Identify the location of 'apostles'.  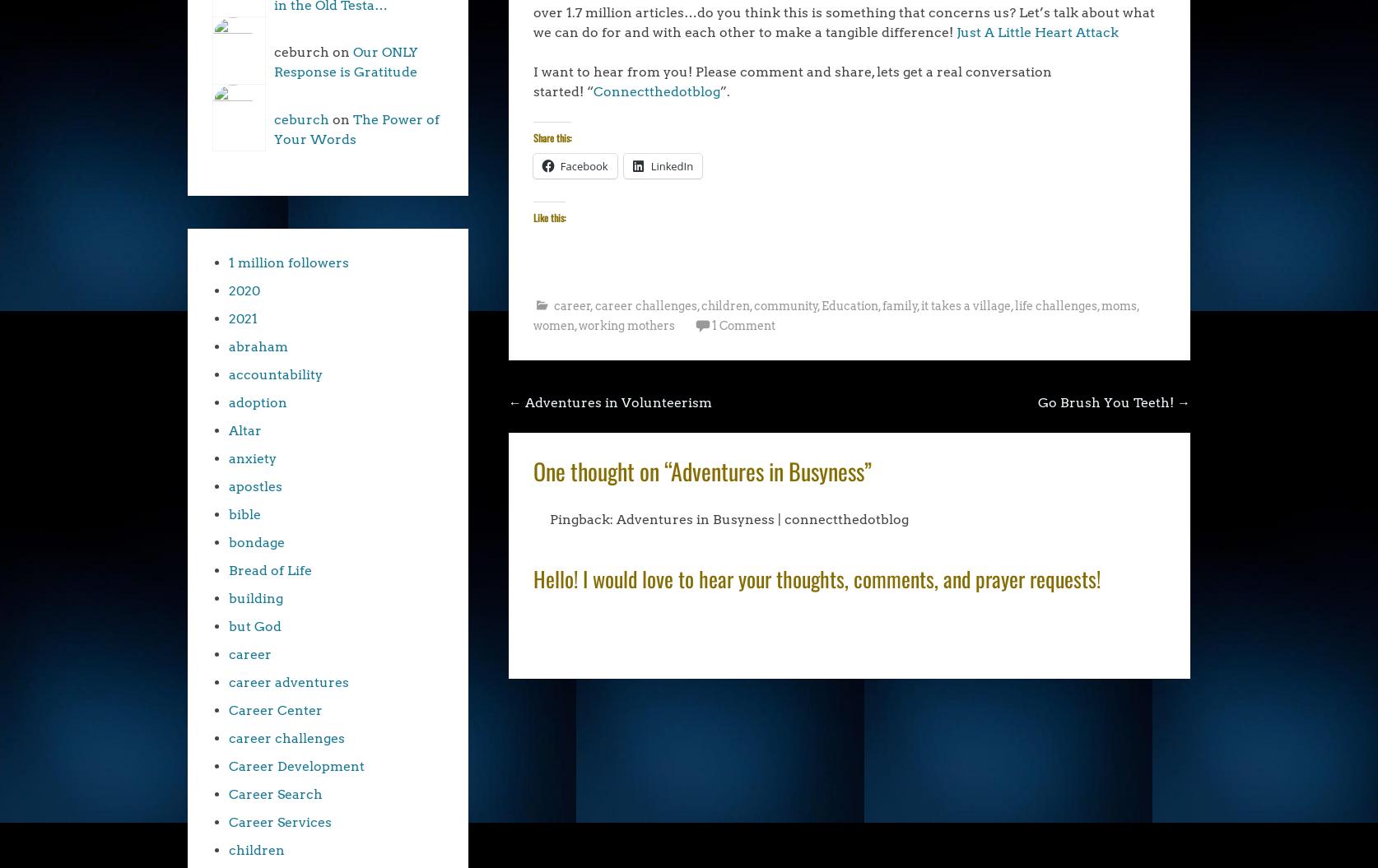
(255, 486).